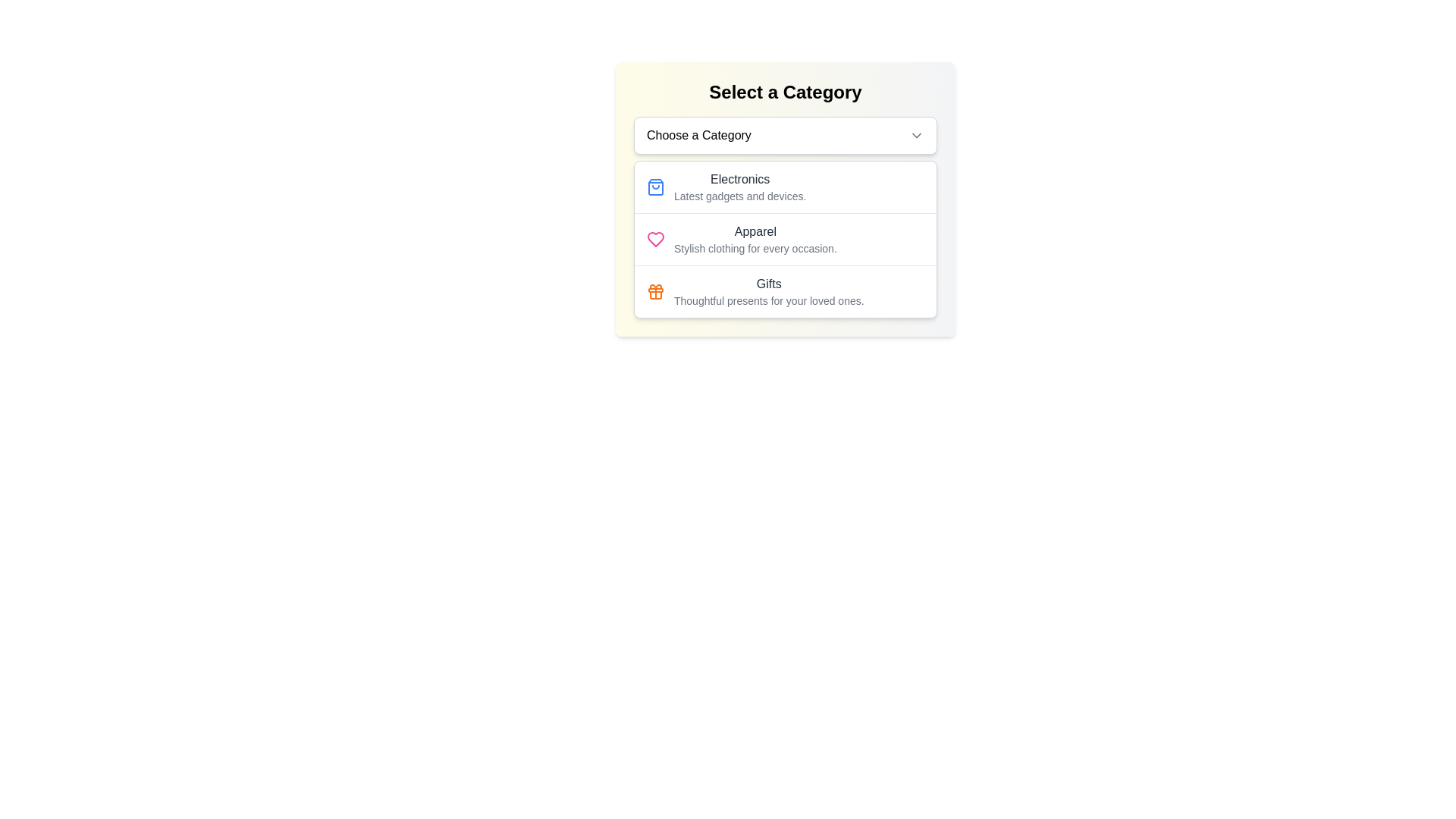 The width and height of the screenshot is (1456, 819). What do you see at coordinates (655, 239) in the screenshot?
I see `the Apparel category icon, which is an SVG graphic located to the left of the text label in the Apparel category row` at bounding box center [655, 239].